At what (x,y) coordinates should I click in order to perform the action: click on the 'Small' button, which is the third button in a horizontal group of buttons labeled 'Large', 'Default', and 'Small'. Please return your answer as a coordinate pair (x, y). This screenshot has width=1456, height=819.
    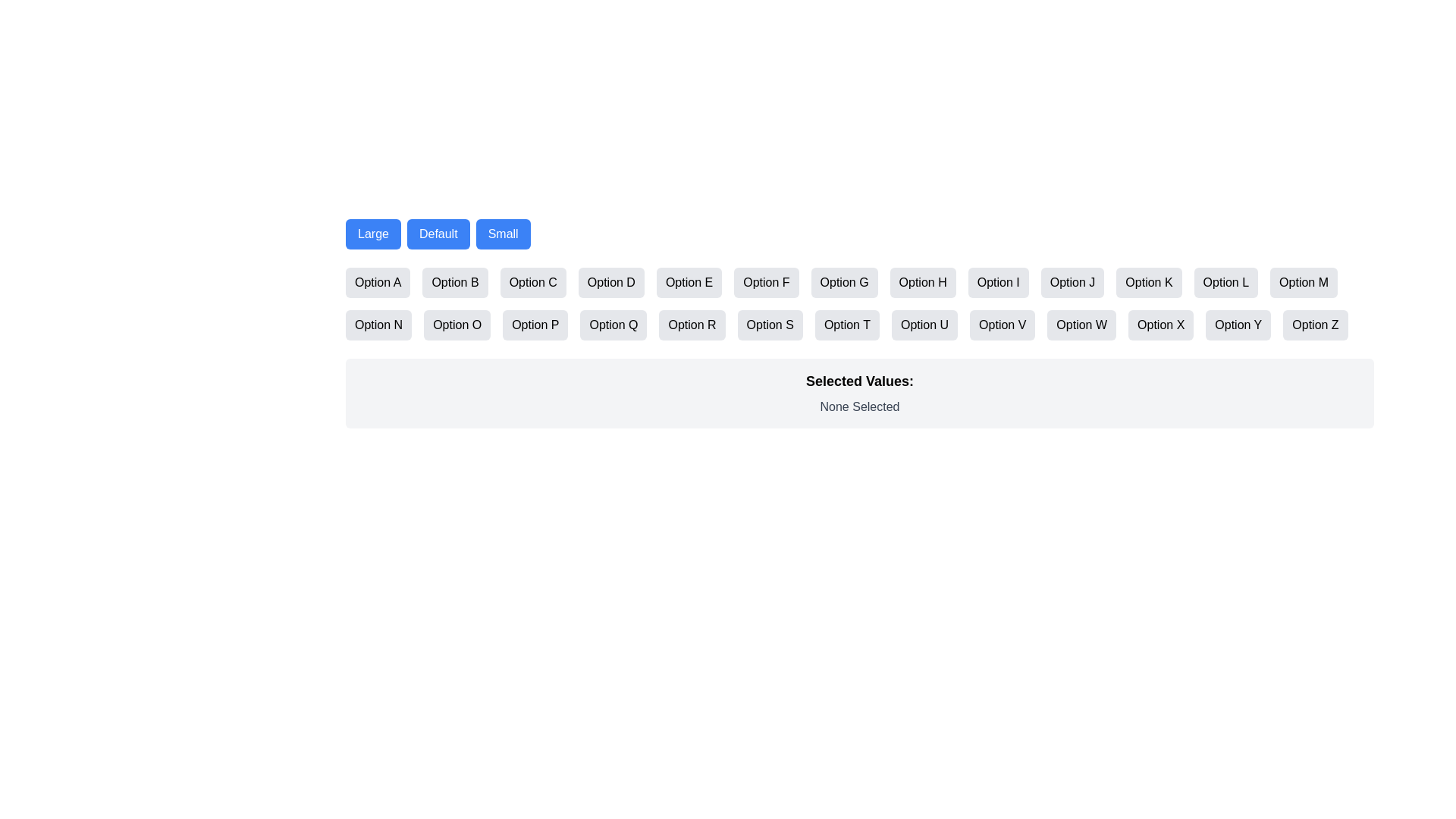
    Looking at the image, I should click on (503, 234).